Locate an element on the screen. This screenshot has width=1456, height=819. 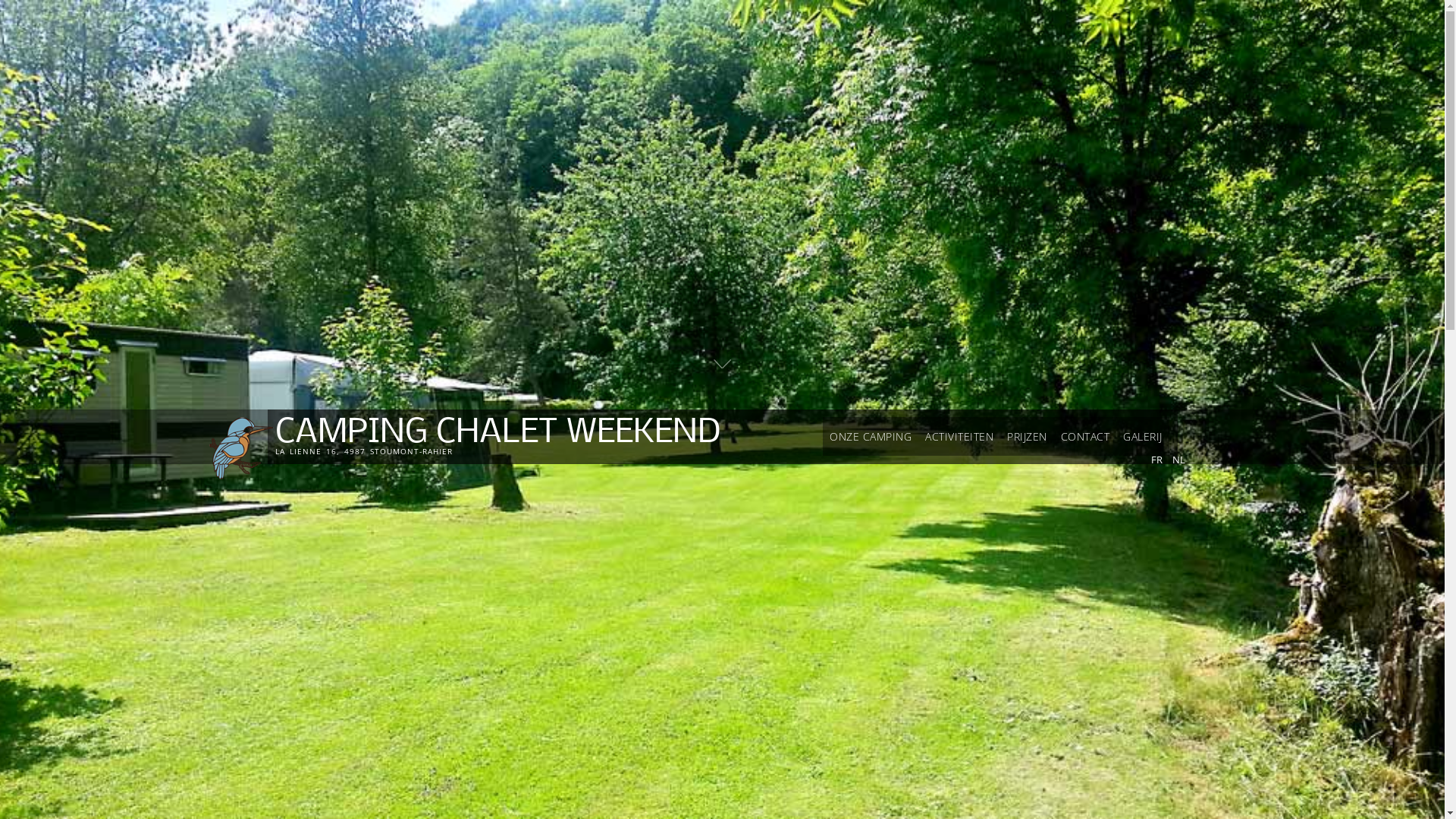
'ACTIVITEITEN' is located at coordinates (917, 436).